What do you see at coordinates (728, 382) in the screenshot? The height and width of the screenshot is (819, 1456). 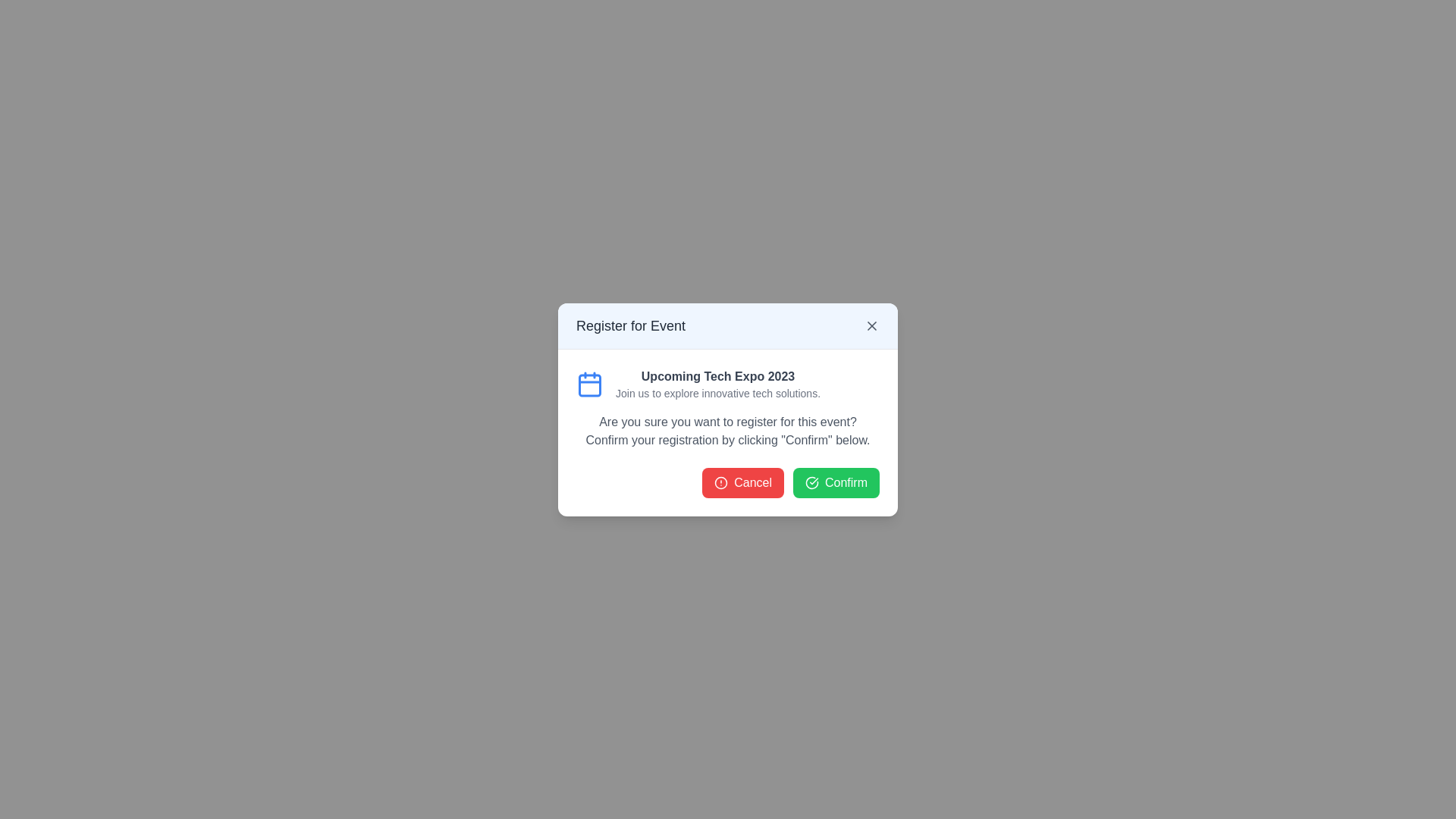 I see `the informational banner for the 'Upcoming Tech Expo 2023' located in the modal box below the title bar 'Register for Event'` at bounding box center [728, 382].